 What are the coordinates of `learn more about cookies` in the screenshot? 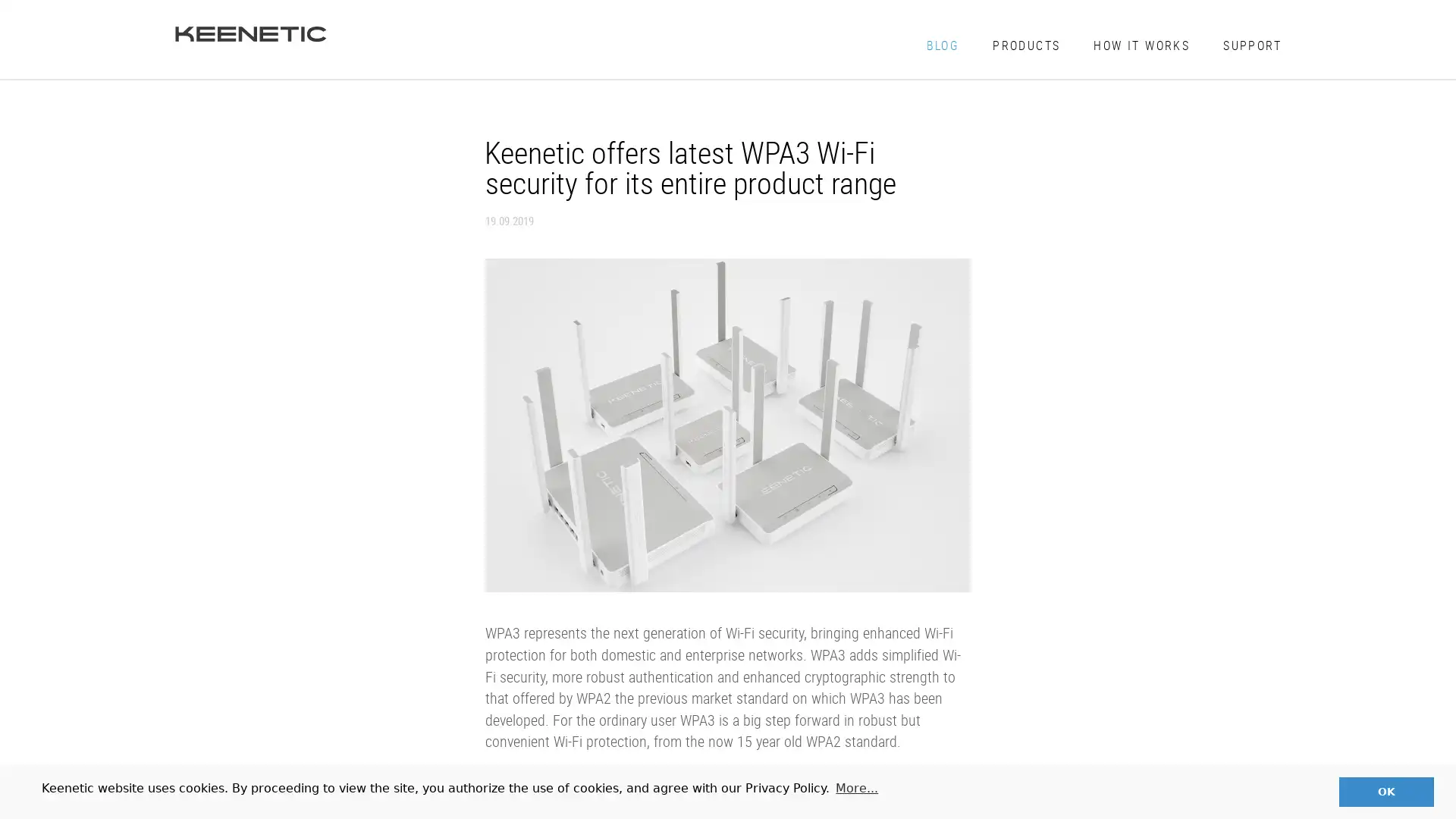 It's located at (856, 786).